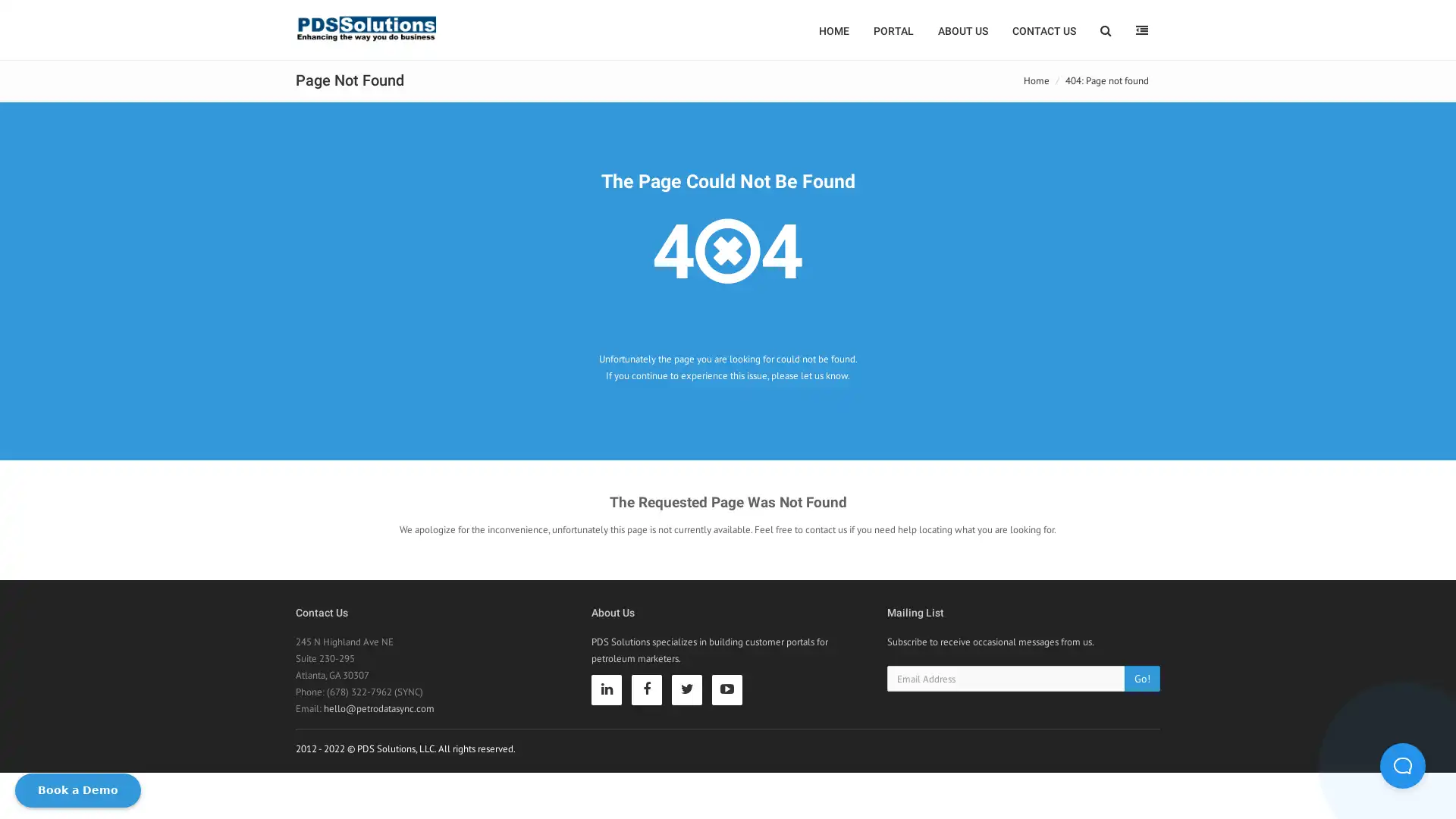  I want to click on Go!, so click(1142, 677).